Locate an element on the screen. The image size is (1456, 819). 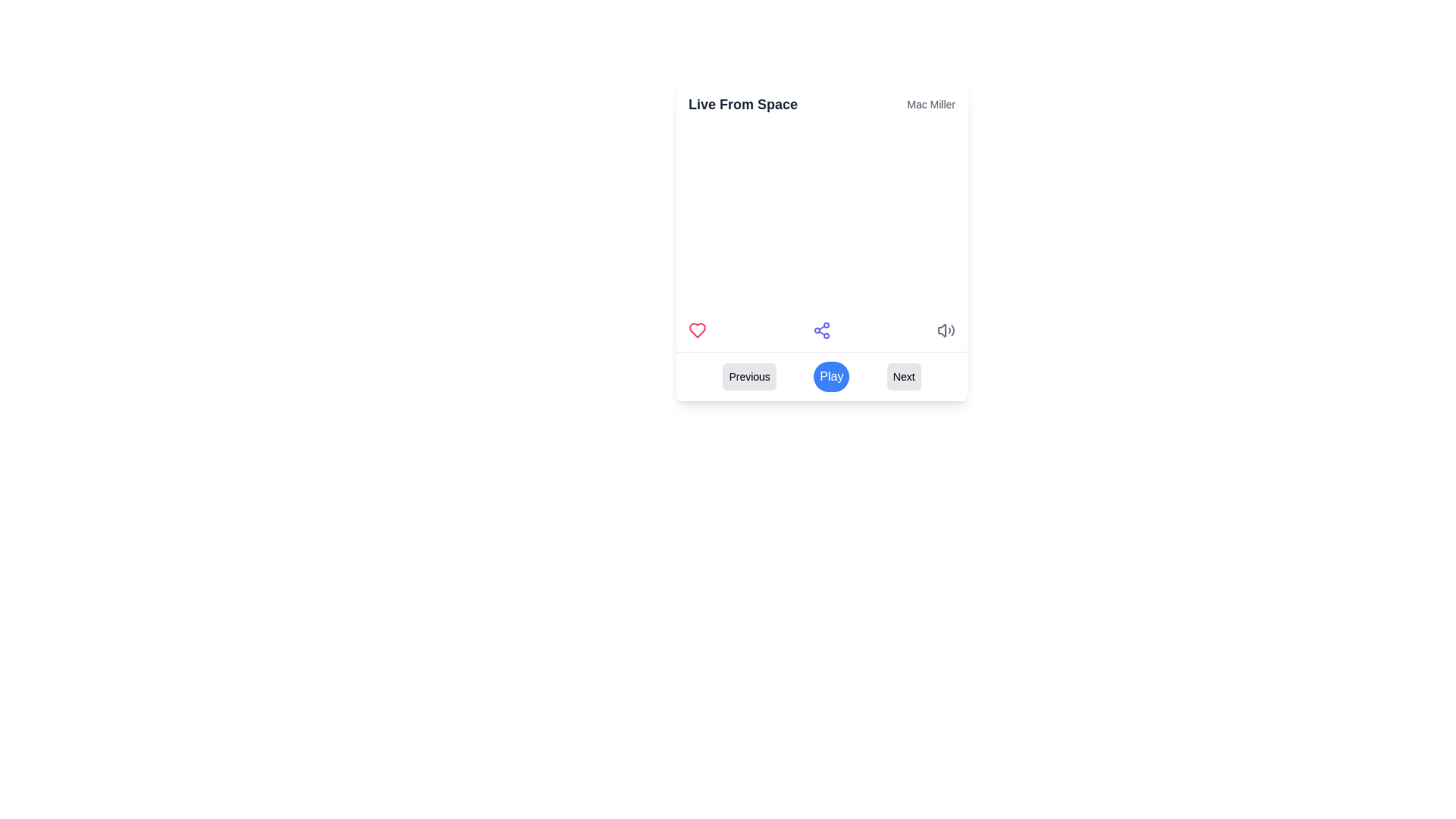
the decorative arc of the volume icon located at the bottom right of the main card is located at coordinates (952, 329).